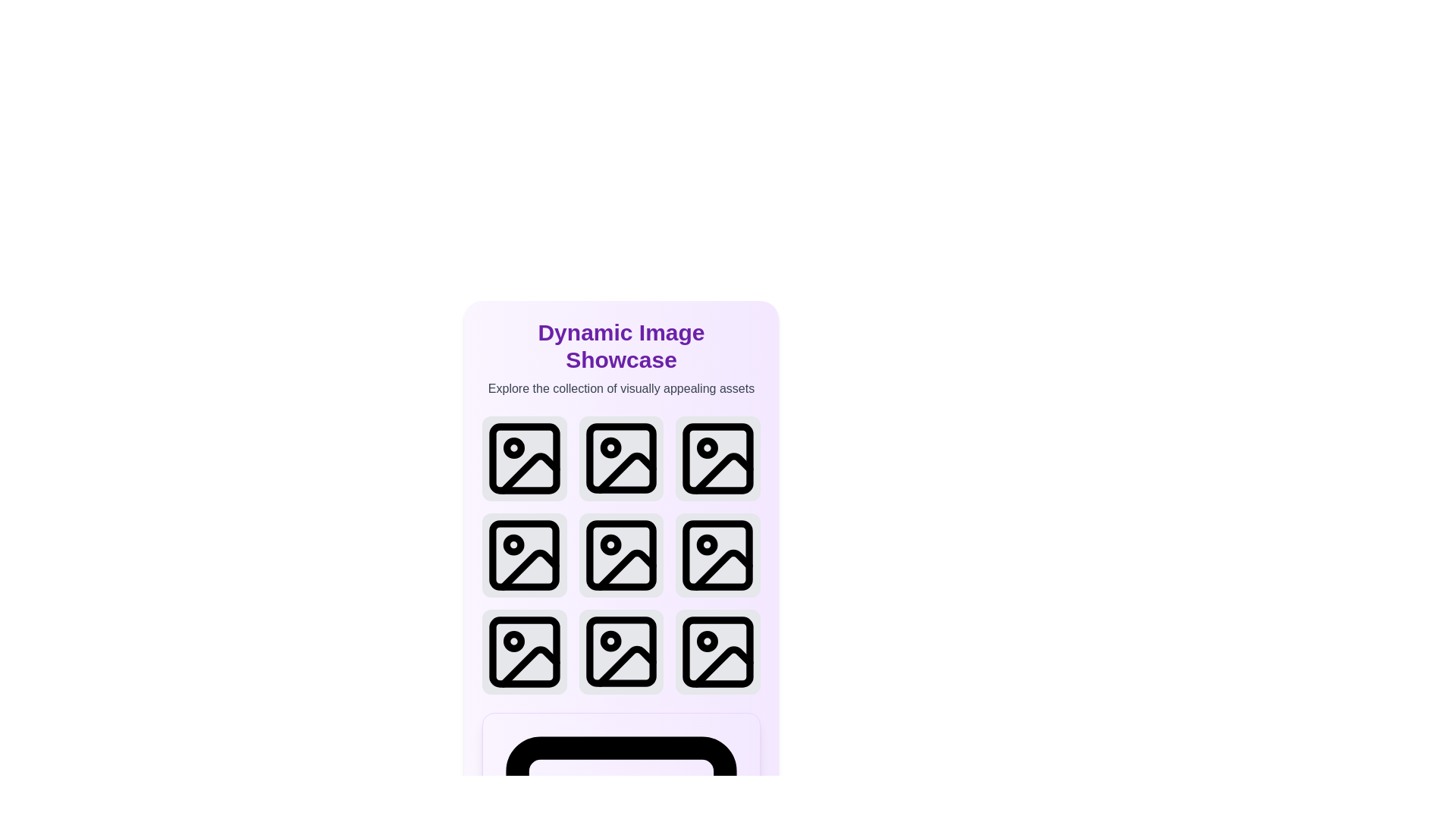 The height and width of the screenshot is (819, 1456). What do you see at coordinates (707, 447) in the screenshot?
I see `the Circle SVG element located in the second row, third column of a grid of placeholder images` at bounding box center [707, 447].